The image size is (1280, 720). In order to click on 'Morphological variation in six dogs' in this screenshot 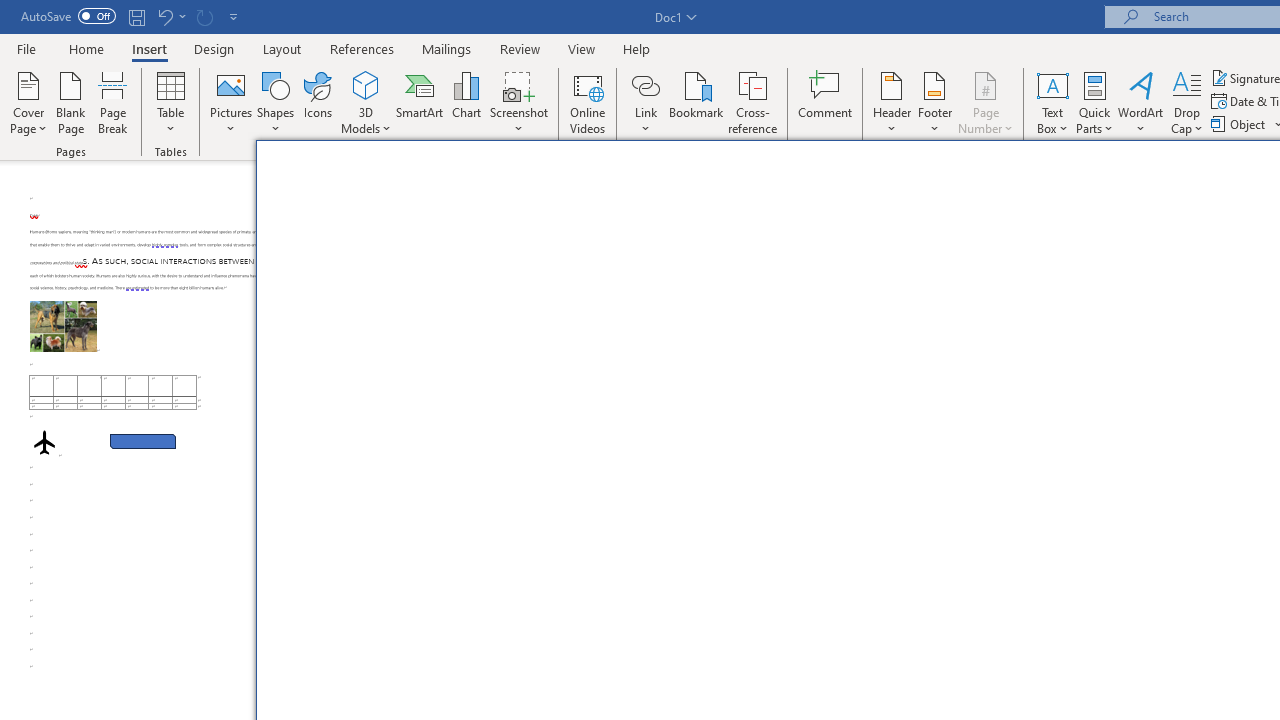, I will do `click(63, 325)`.